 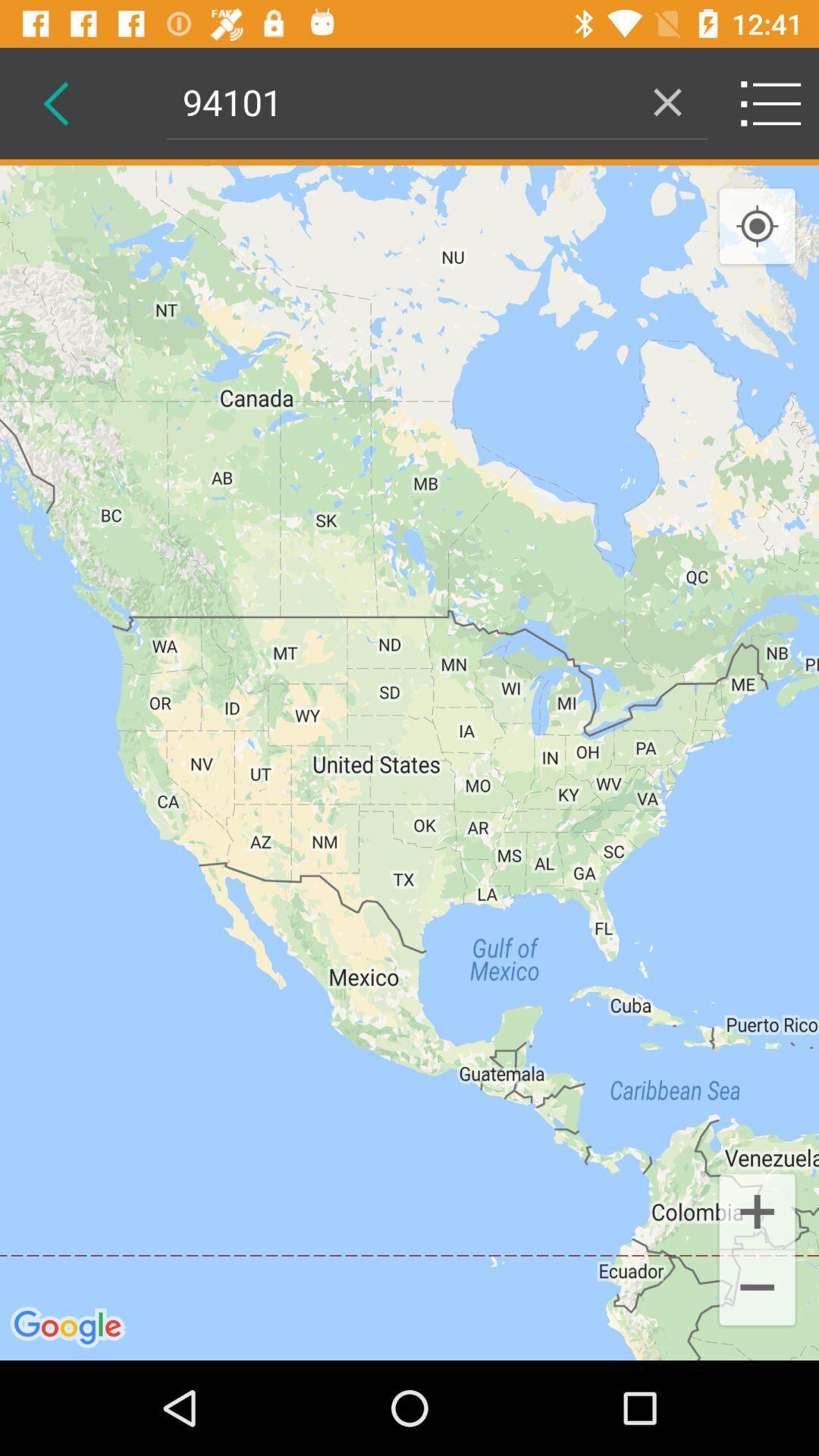 I want to click on the add icon, so click(x=757, y=1210).